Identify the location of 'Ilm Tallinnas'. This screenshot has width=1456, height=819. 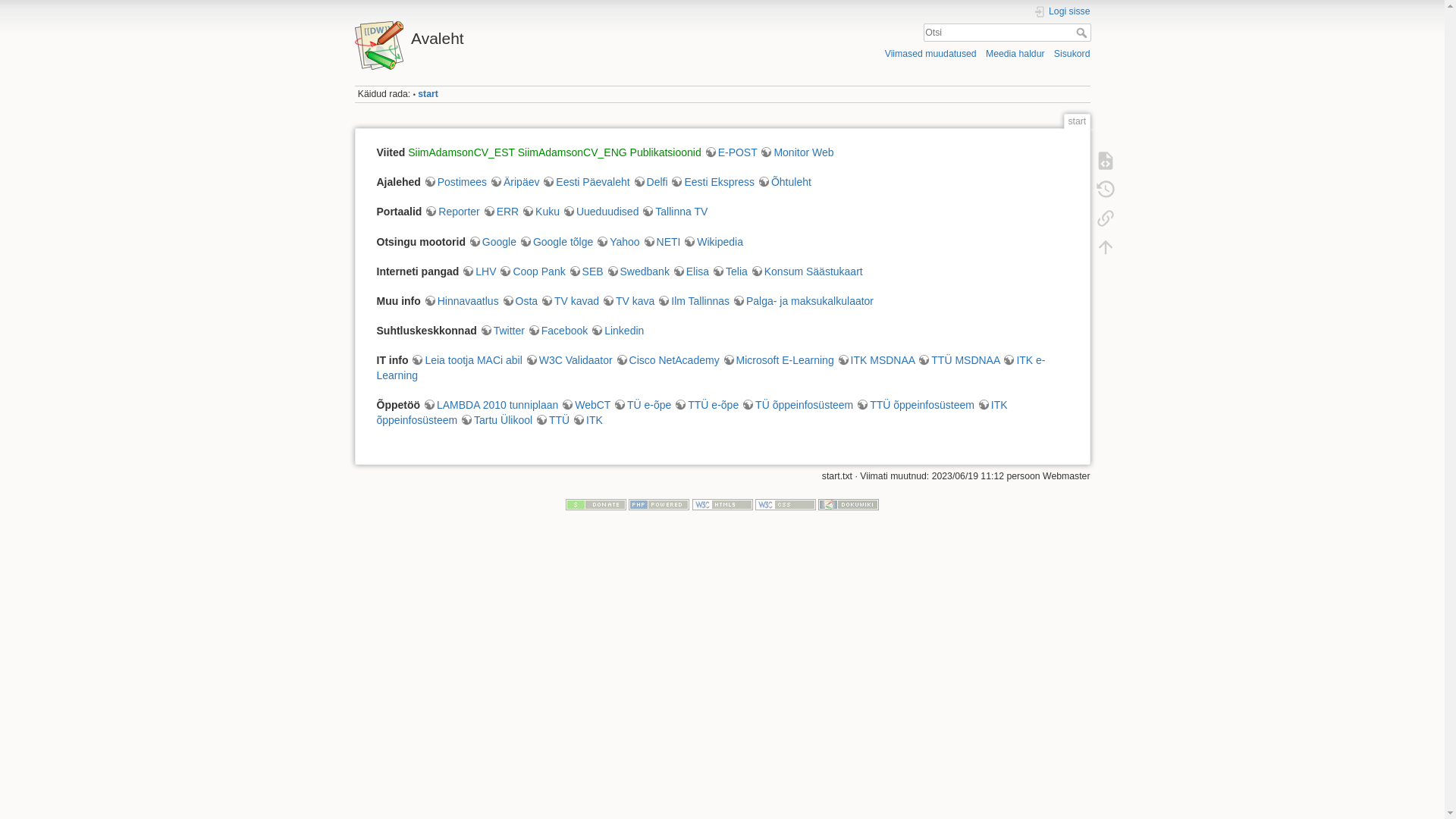
(692, 301).